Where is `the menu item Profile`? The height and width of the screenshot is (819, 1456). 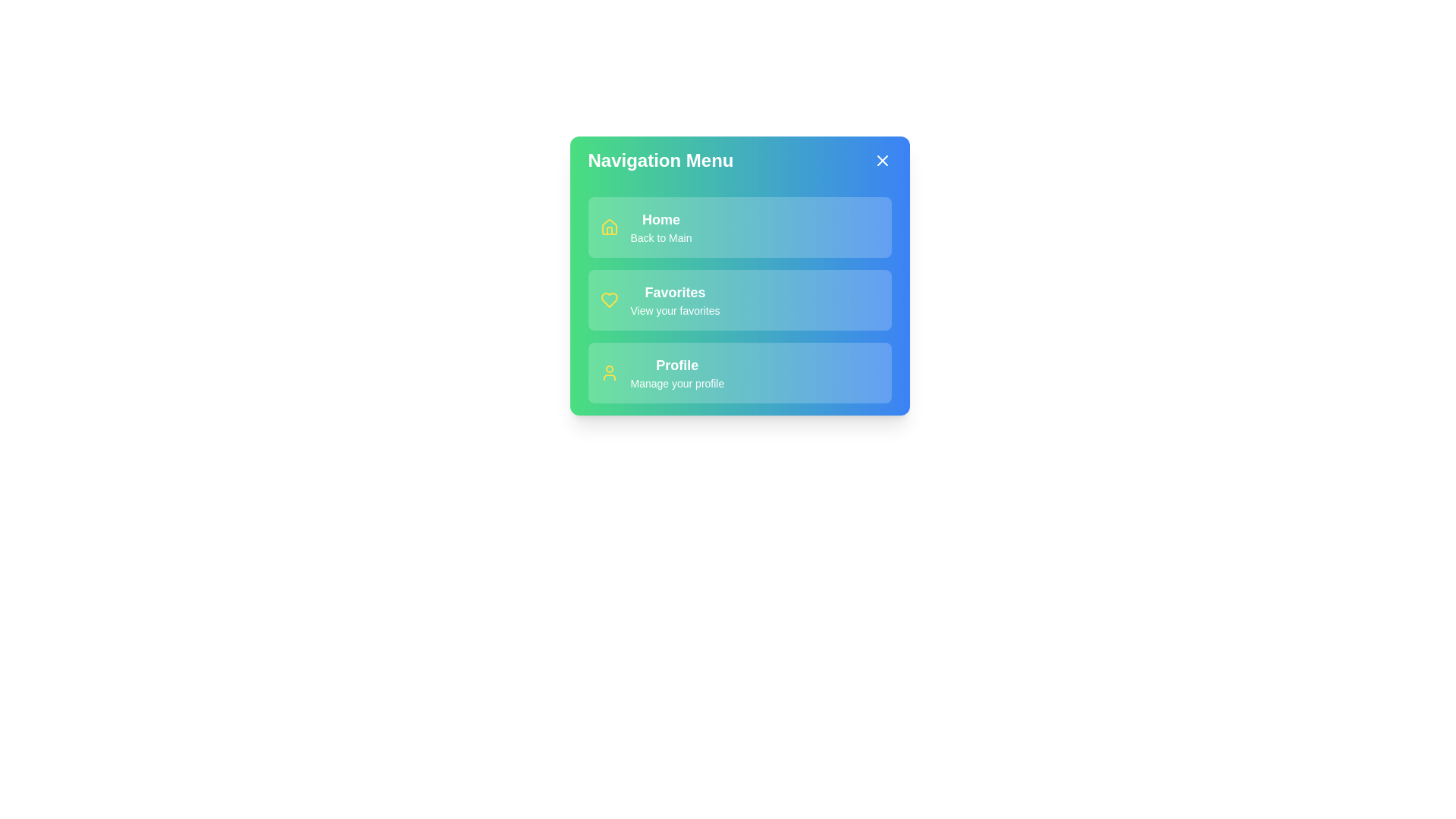
the menu item Profile is located at coordinates (739, 373).